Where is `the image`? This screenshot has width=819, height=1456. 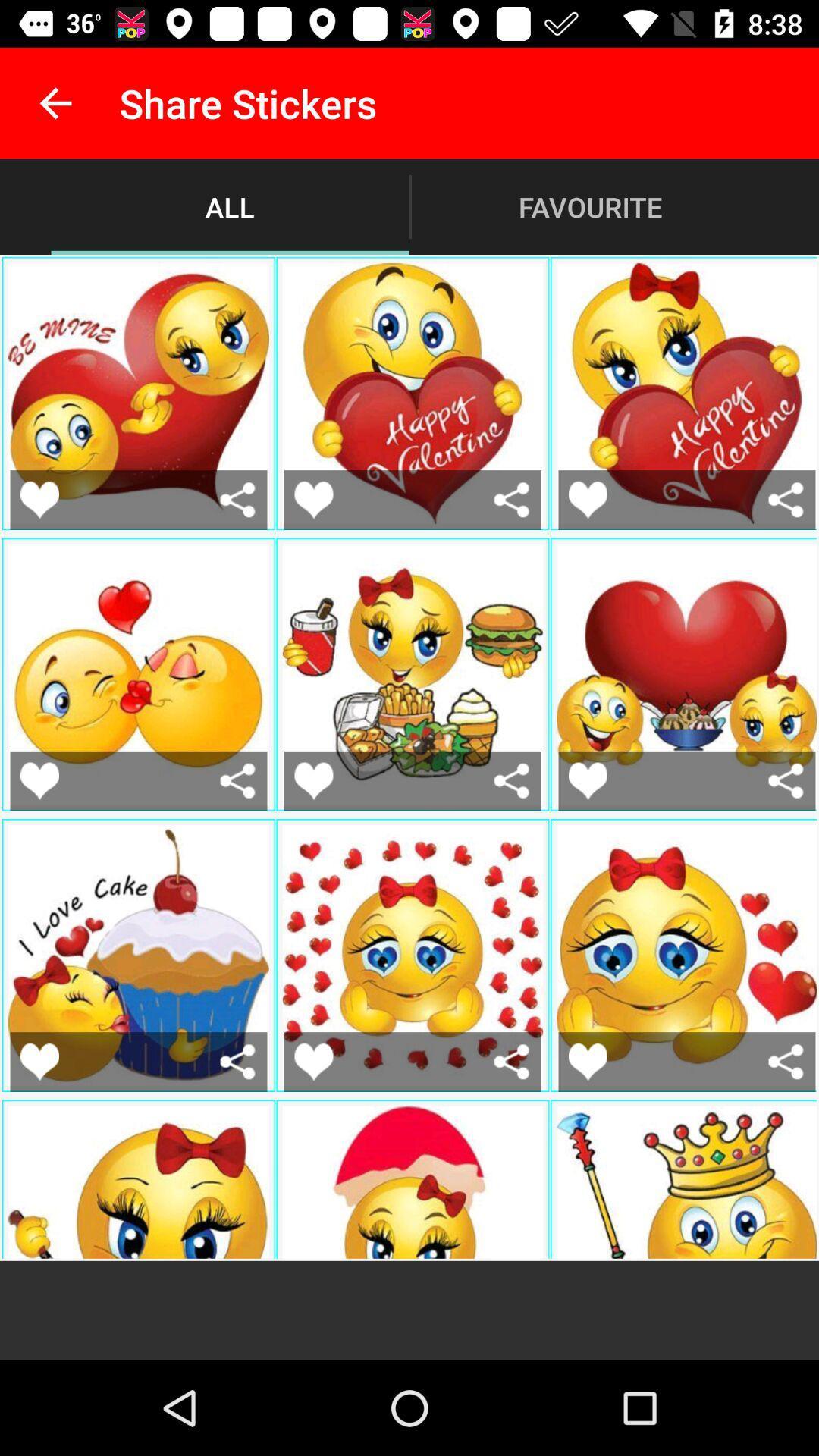
the image is located at coordinates (39, 1061).